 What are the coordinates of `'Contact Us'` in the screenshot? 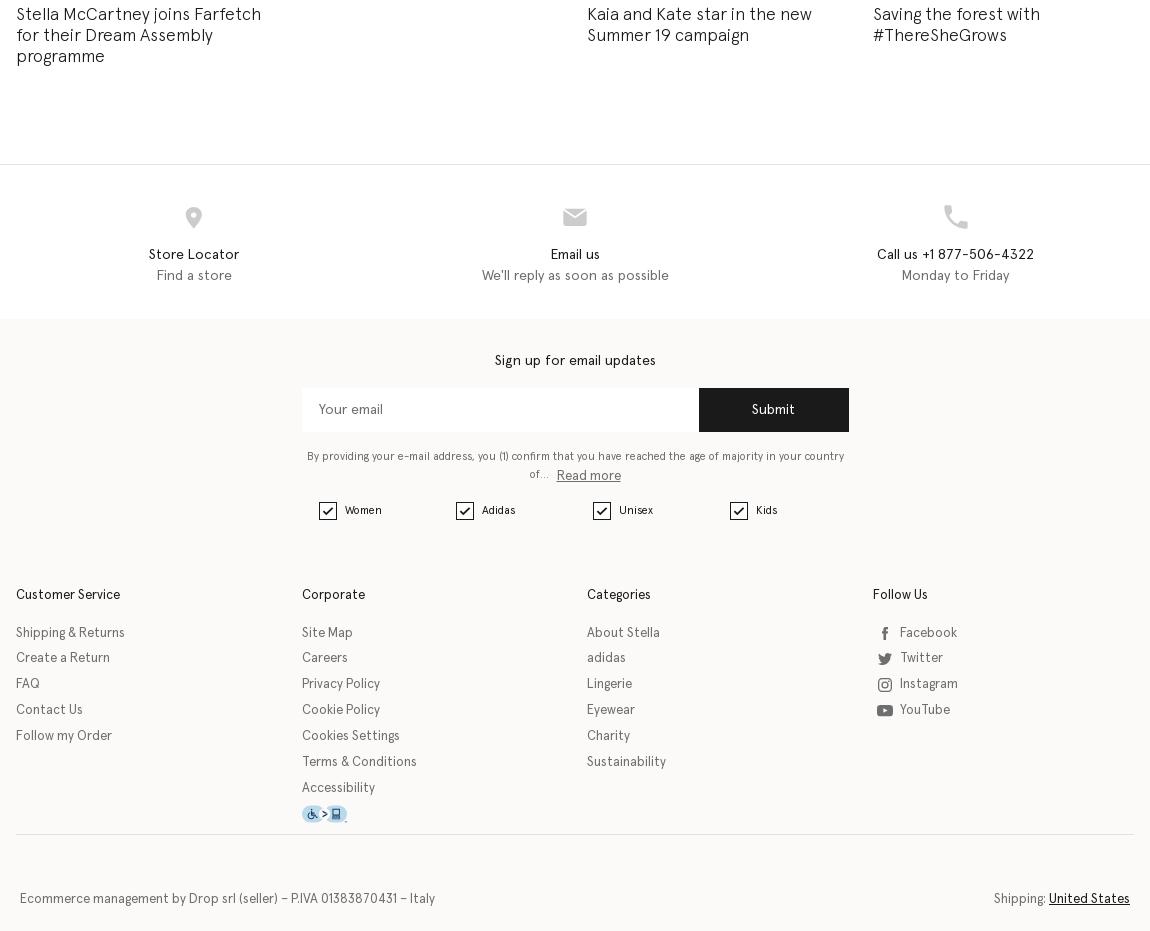 It's located at (48, 709).